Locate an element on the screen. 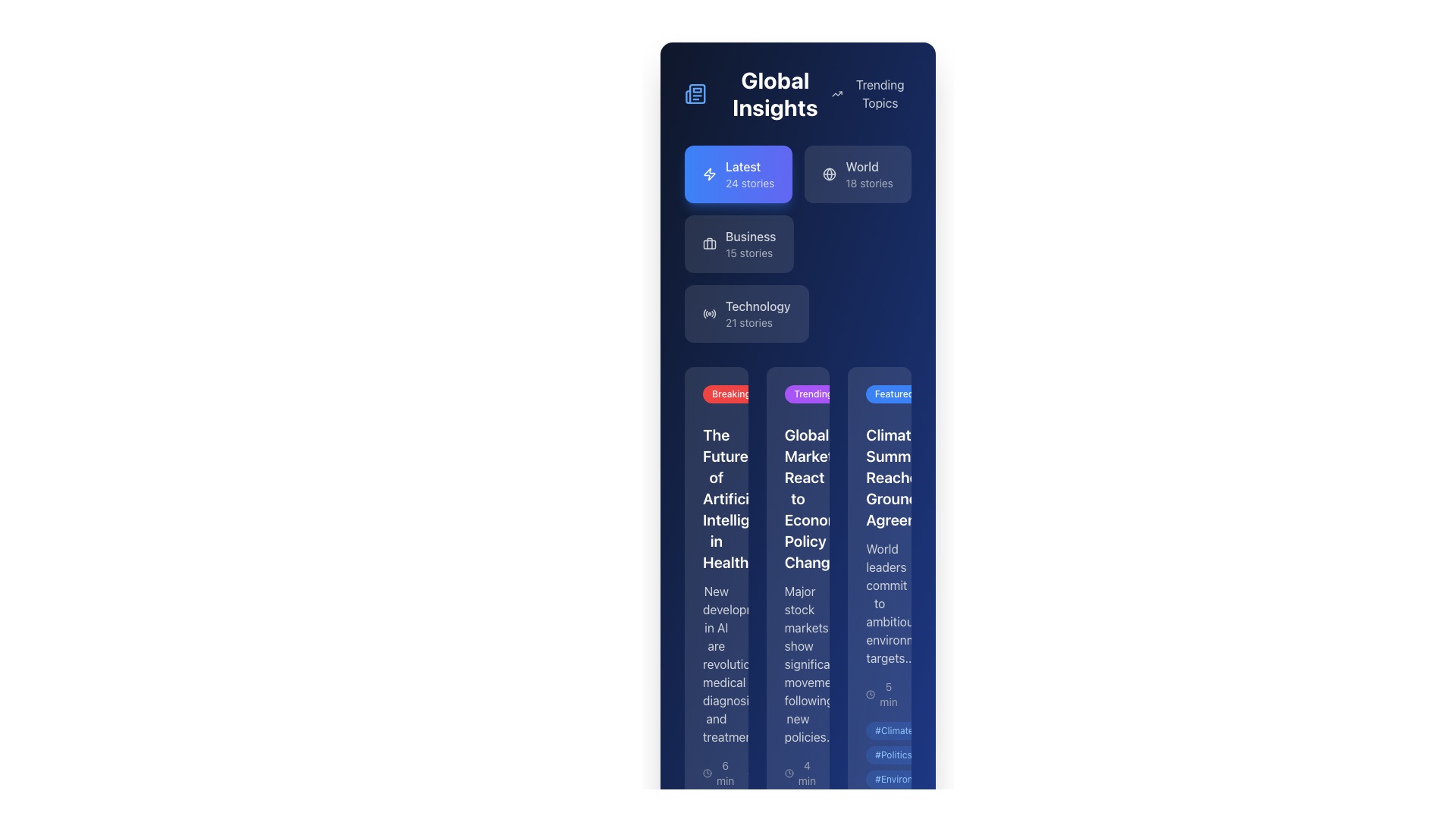 The image size is (1456, 819). the static text label that displays the estimated reading time for the associated article, located in the bottom section of the third vertical column under the 'Featured' label is located at coordinates (889, 694).